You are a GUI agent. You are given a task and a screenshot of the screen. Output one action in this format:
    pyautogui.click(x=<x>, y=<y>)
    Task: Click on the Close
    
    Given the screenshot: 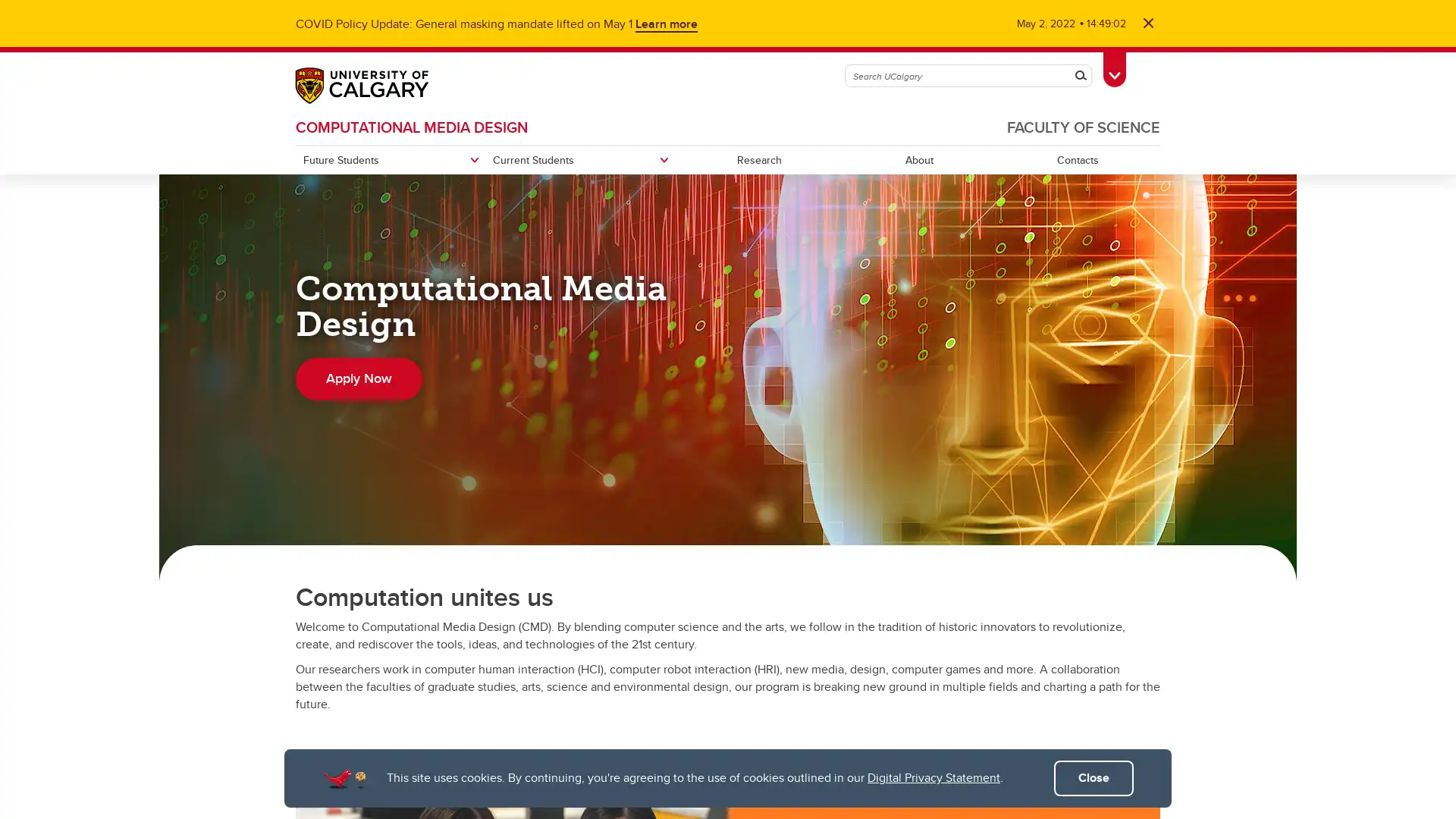 What is the action you would take?
    pyautogui.click(x=1094, y=778)
    